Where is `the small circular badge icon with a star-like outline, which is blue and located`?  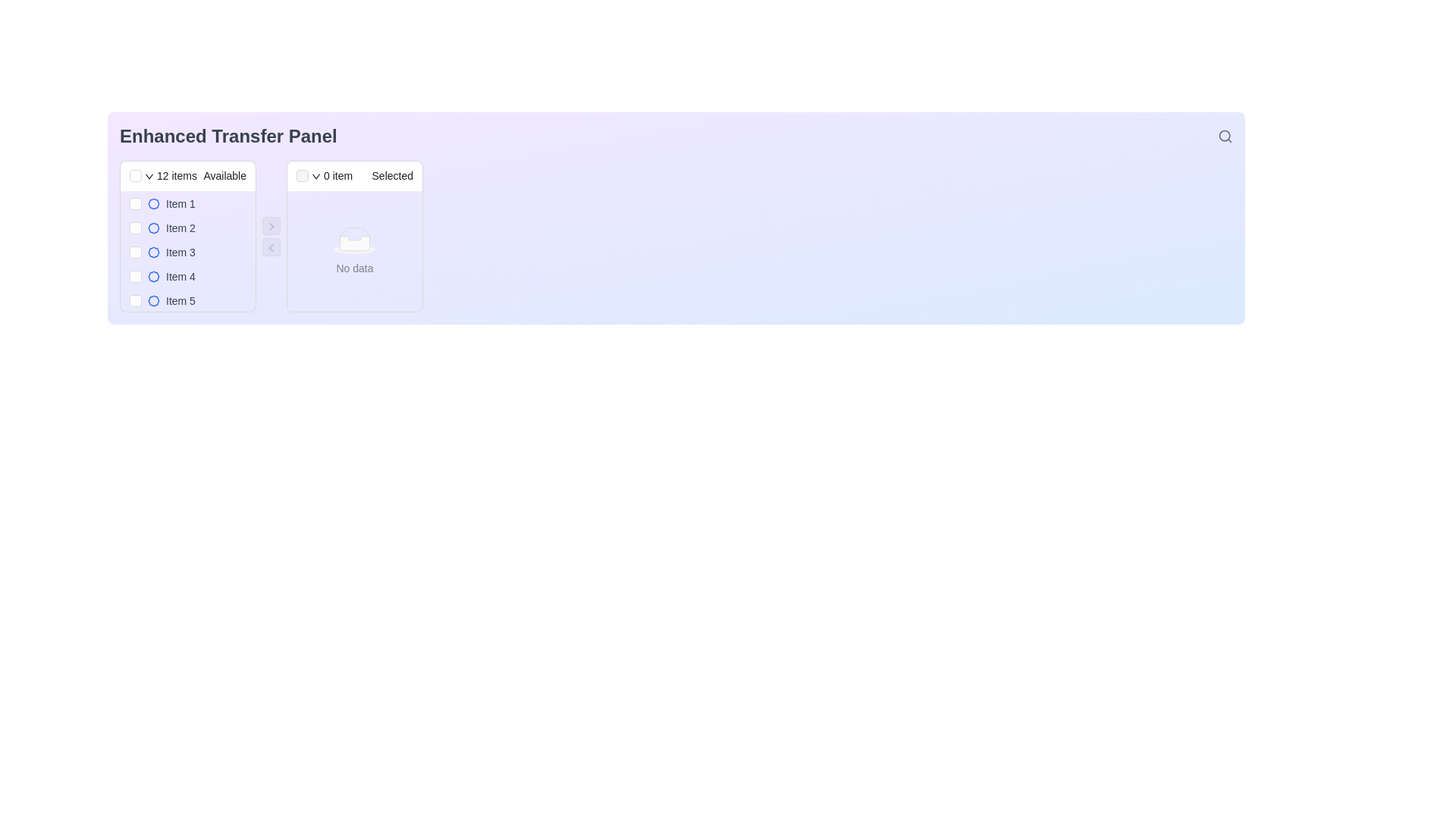
the small circular badge icon with a star-like outline, which is blue and located is located at coordinates (153, 227).